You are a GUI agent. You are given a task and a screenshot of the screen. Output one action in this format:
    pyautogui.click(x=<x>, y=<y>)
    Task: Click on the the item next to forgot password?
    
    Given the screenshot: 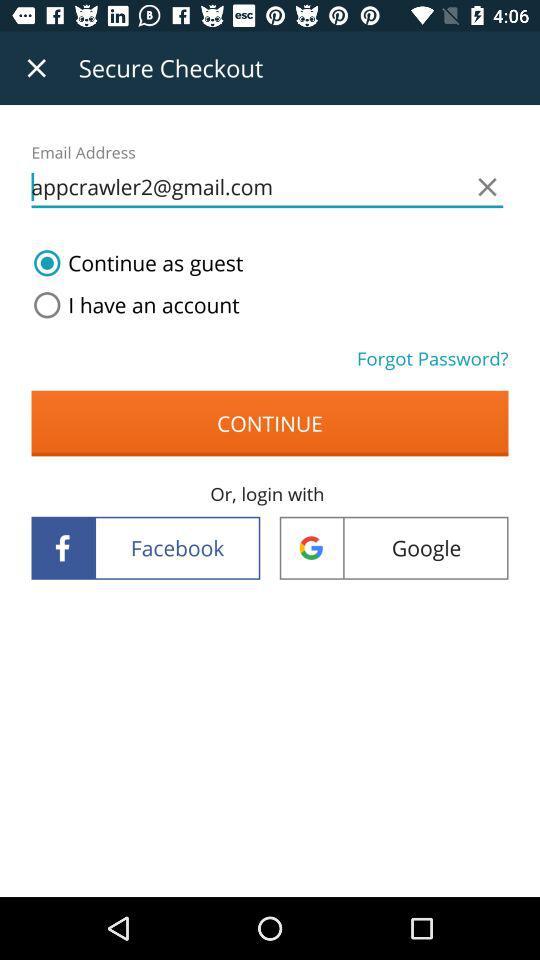 What is the action you would take?
    pyautogui.click(x=132, y=305)
    